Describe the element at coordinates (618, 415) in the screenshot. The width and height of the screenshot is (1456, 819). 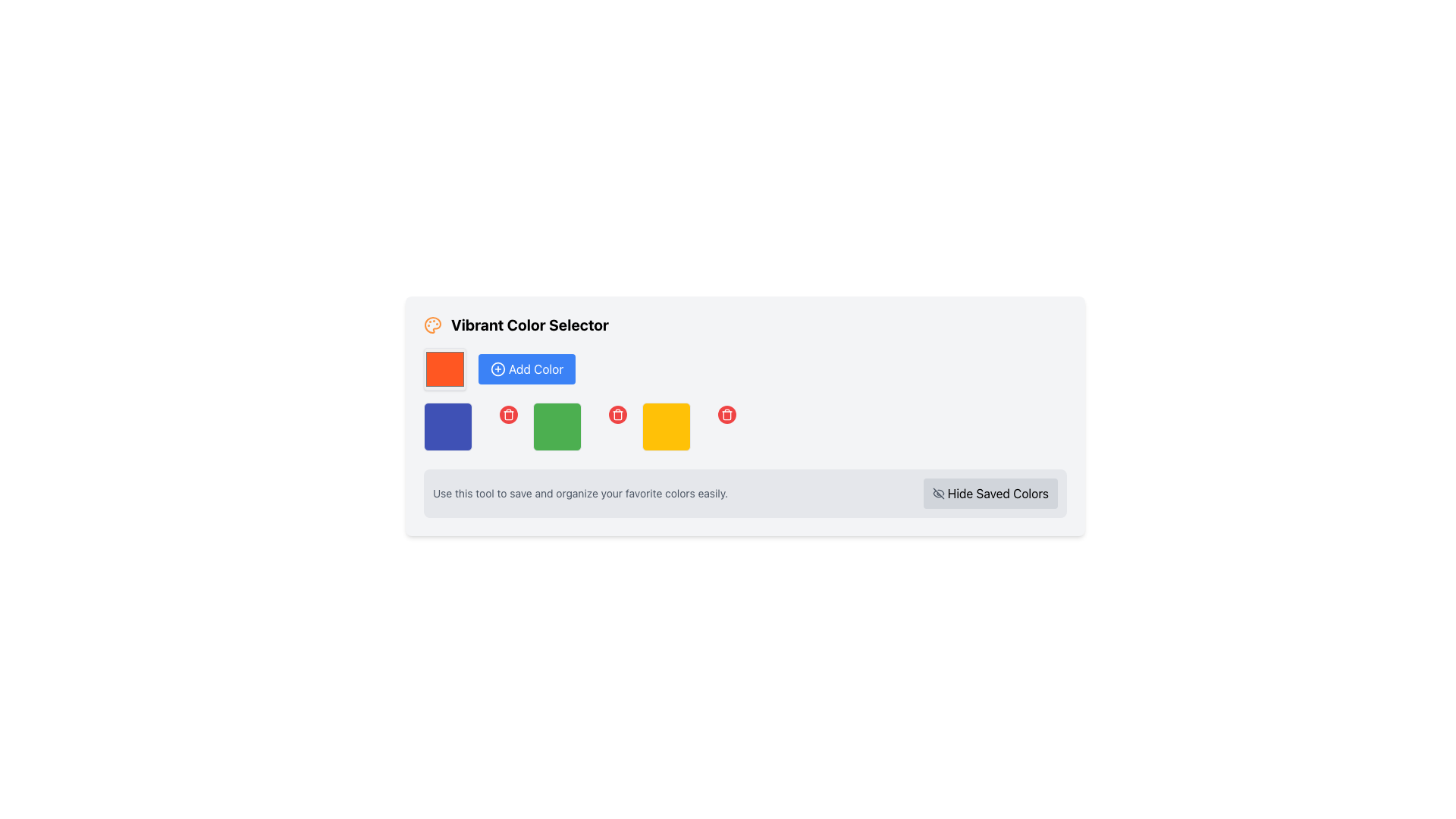
I see `the circular red button with a white trash can icon located at the top-right corner of the green color sample element in the grid layout` at that location.